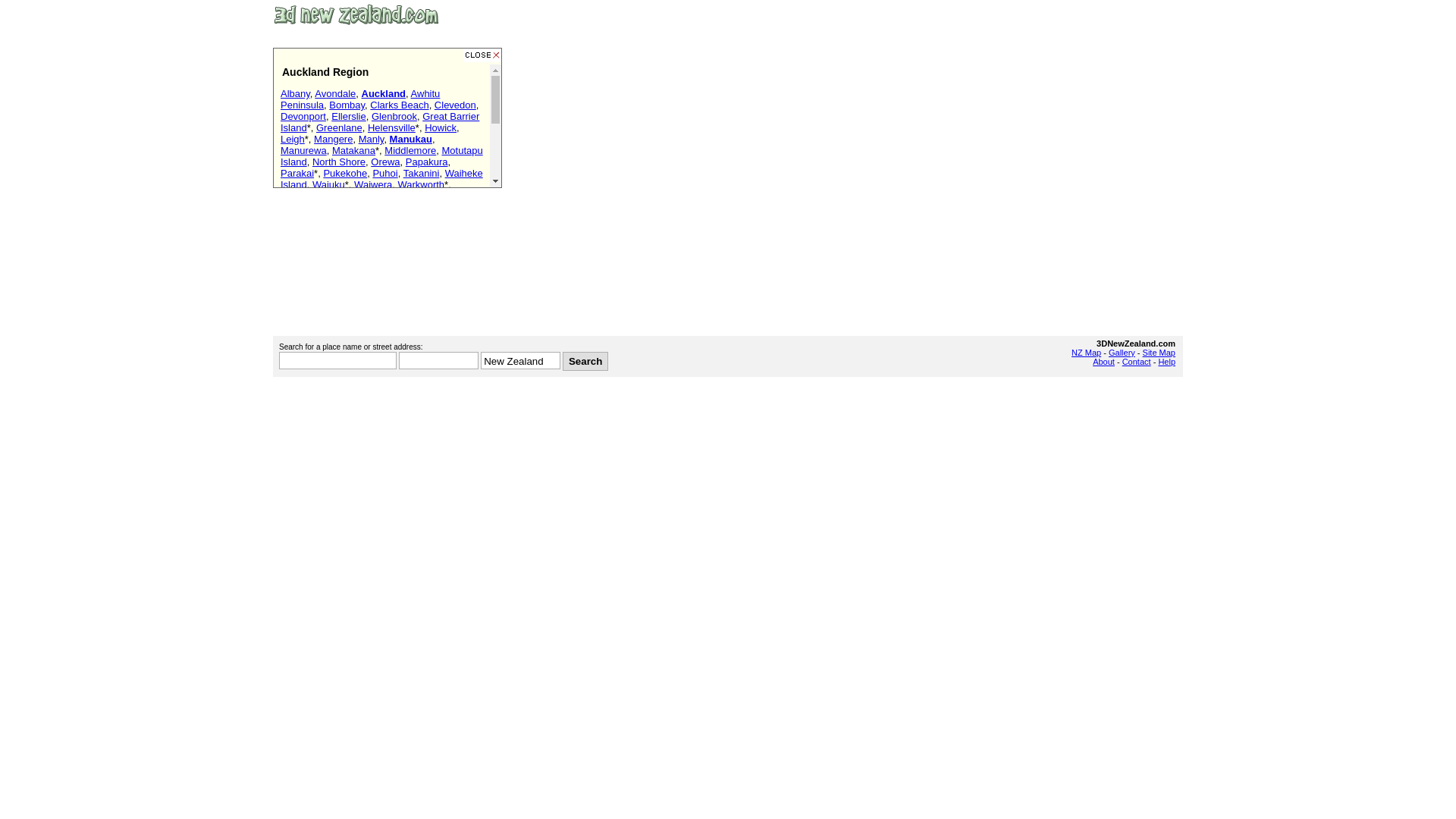 This screenshot has height=819, width=1456. Describe the element at coordinates (482, 55) in the screenshot. I see `'Close this window'` at that location.